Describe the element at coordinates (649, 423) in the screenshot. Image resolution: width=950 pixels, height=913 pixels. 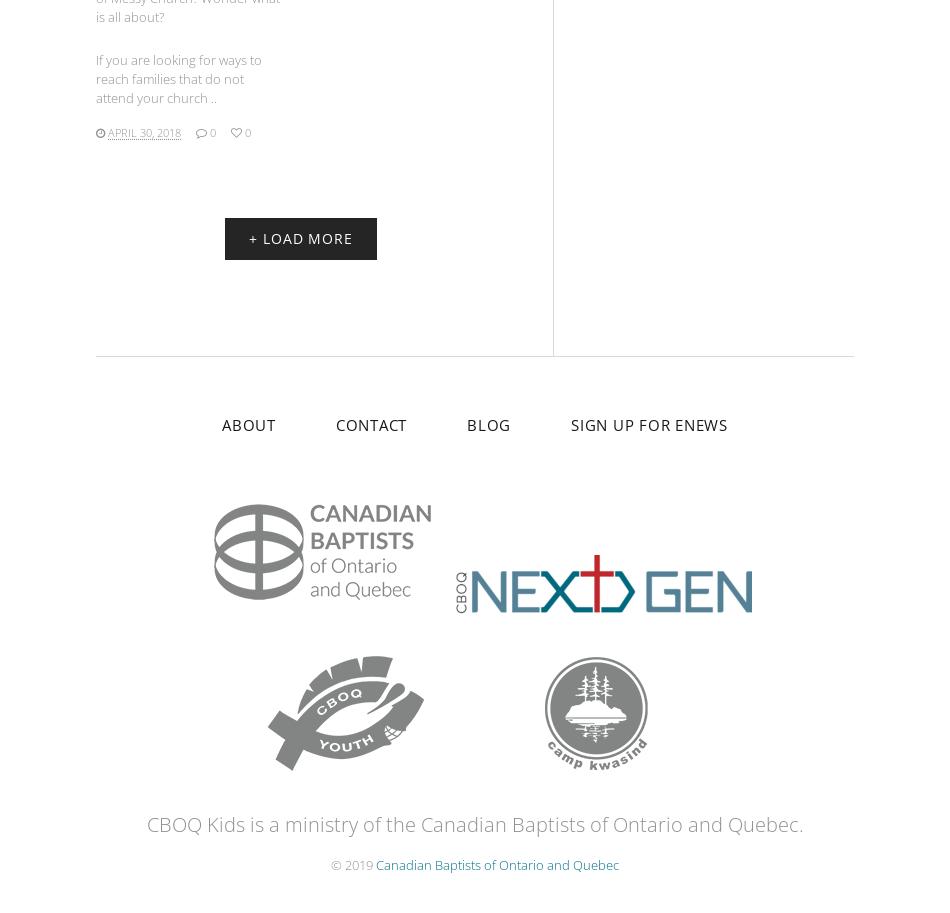
I see `'Sign Up for eNews'` at that location.